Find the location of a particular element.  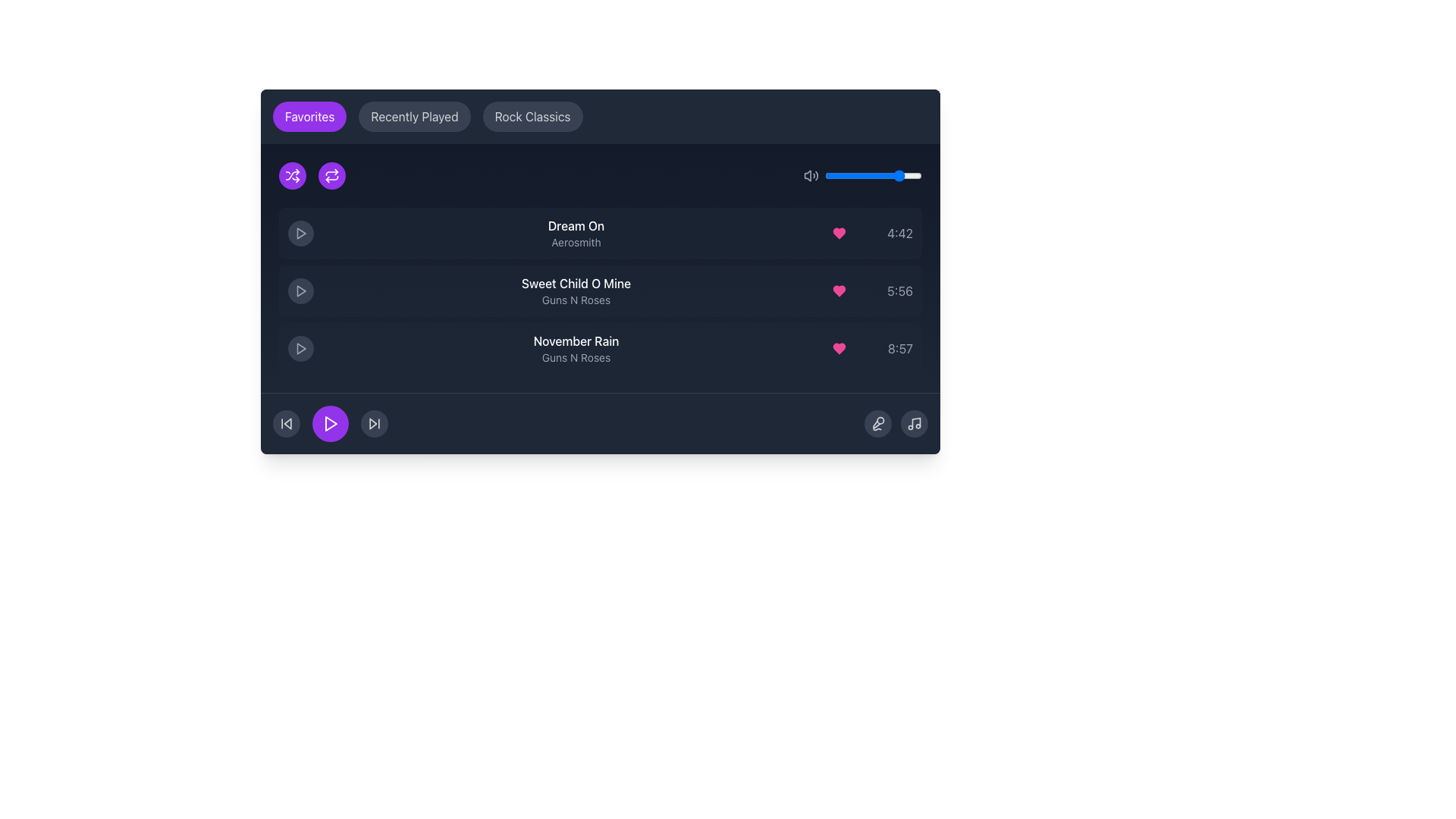

the heart-shaped icon, which serves as a button to mark the track as a favorite is located at coordinates (839, 234).